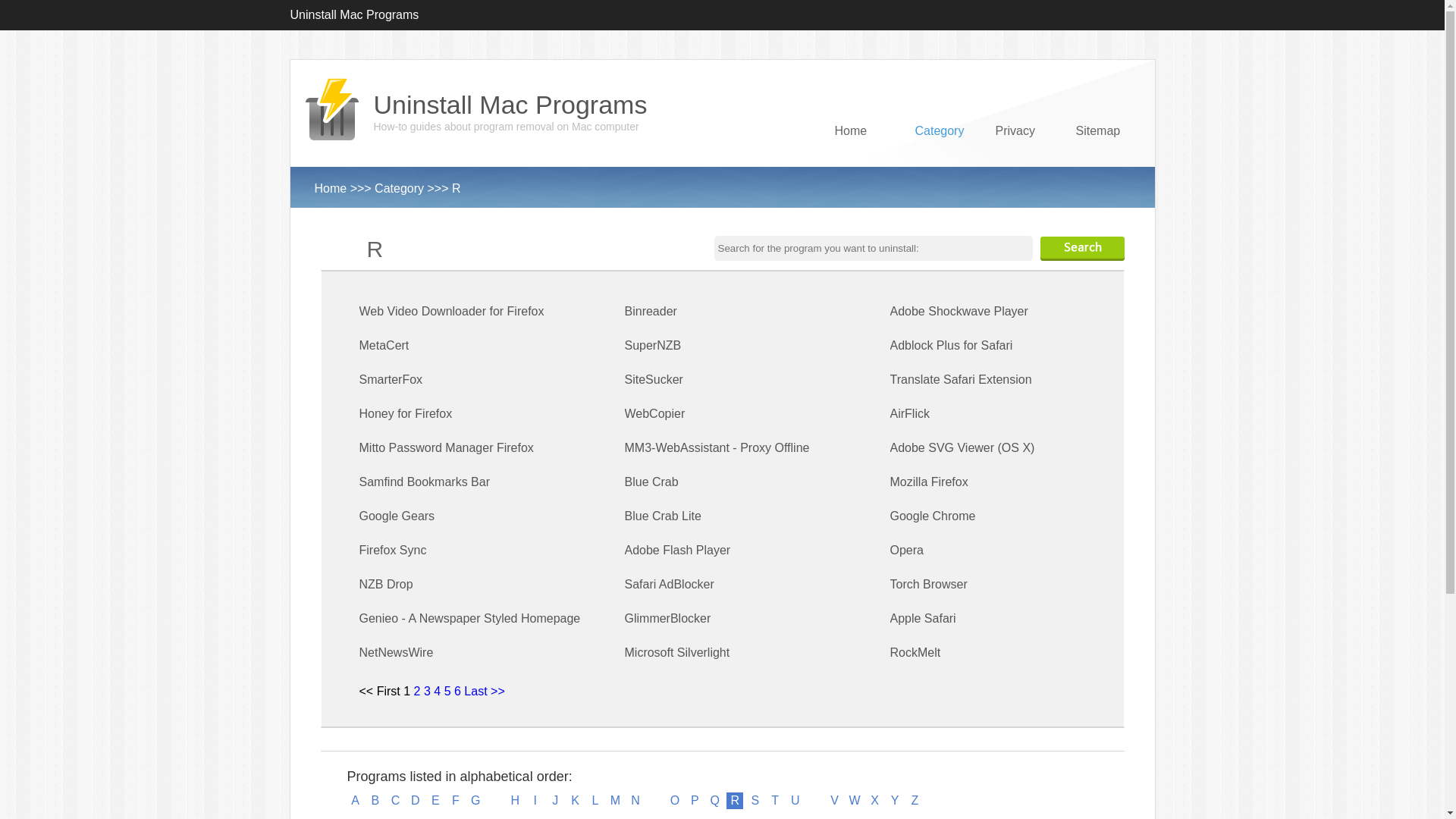 The height and width of the screenshot is (819, 1456). I want to click on 'I', so click(535, 800).